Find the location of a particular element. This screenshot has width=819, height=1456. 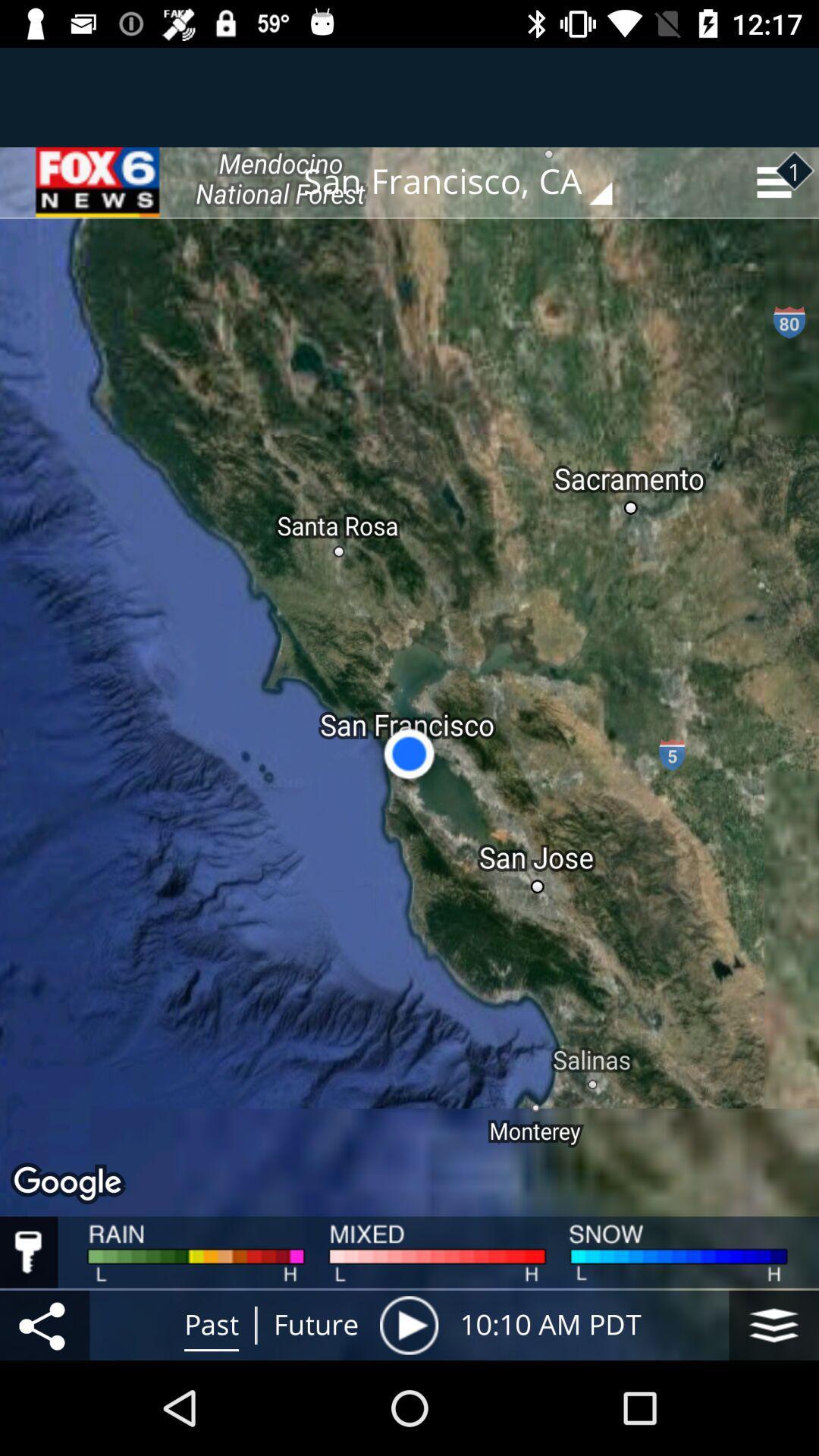

the date_range icon is located at coordinates (99, 182).